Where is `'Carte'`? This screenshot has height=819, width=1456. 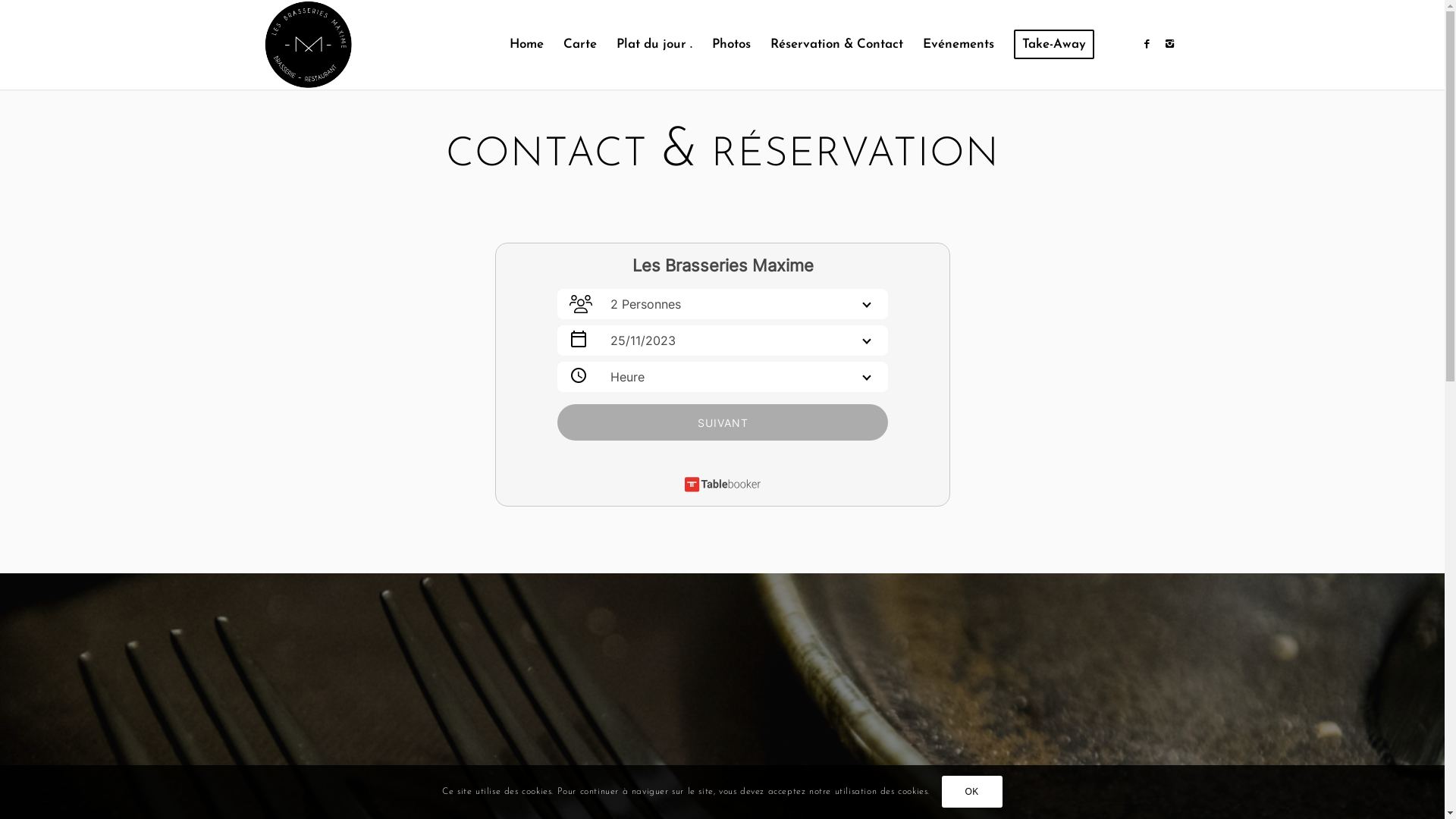
'Carte' is located at coordinates (579, 43).